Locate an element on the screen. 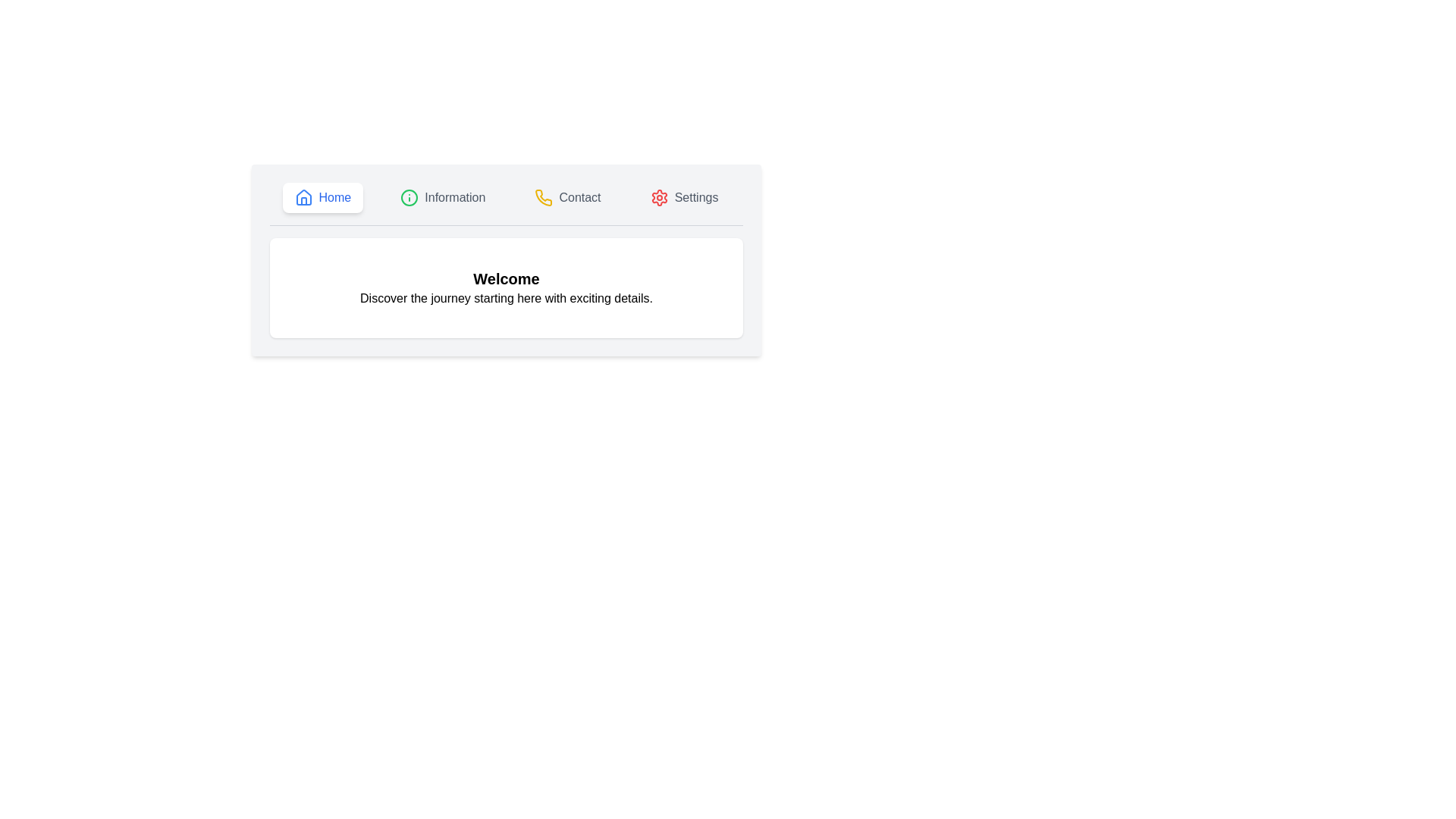  the 'Contact' navigation button, which is the third button is located at coordinates (566, 197).